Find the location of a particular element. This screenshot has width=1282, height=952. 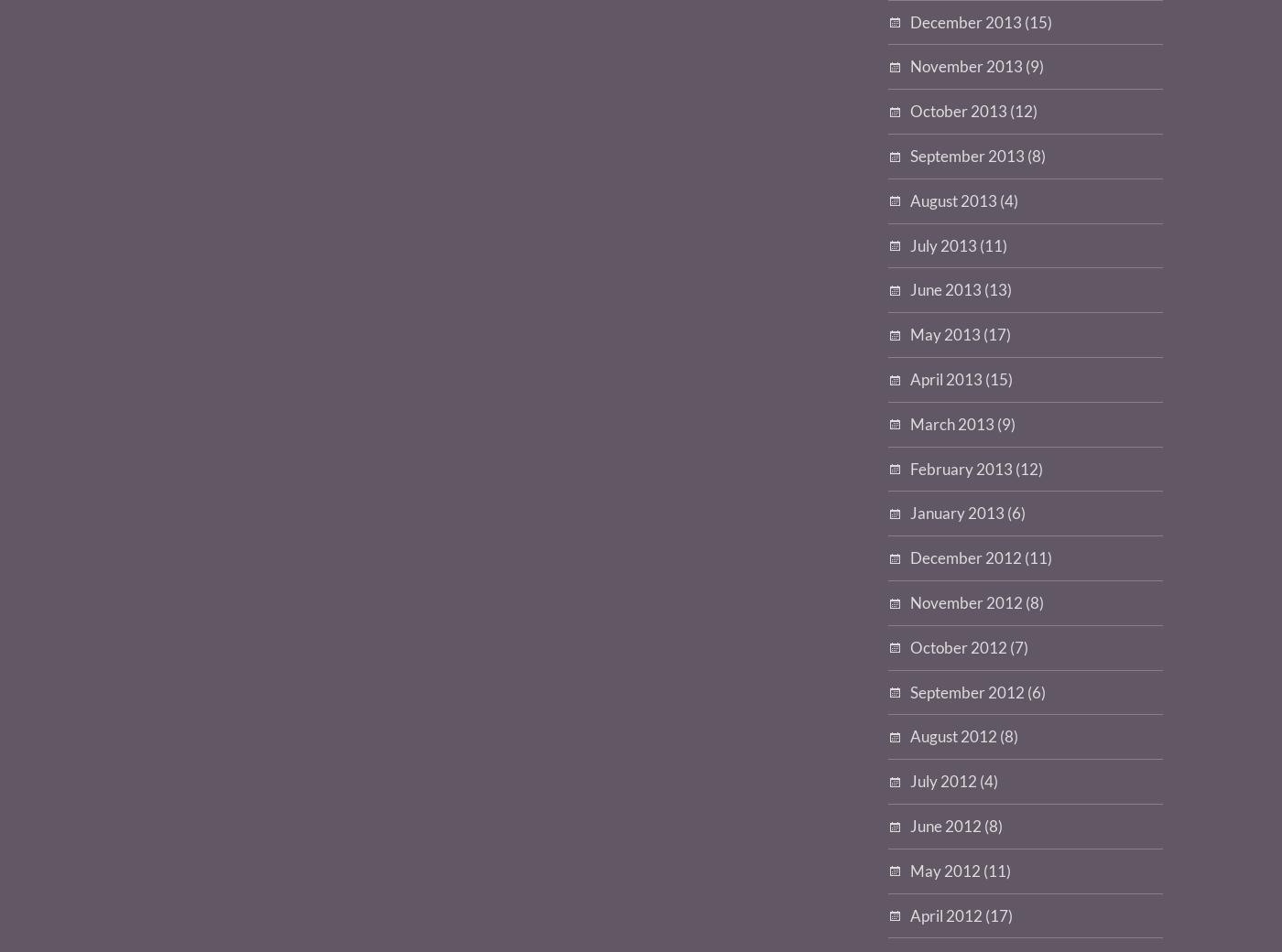

'August 2013' is located at coordinates (953, 200).